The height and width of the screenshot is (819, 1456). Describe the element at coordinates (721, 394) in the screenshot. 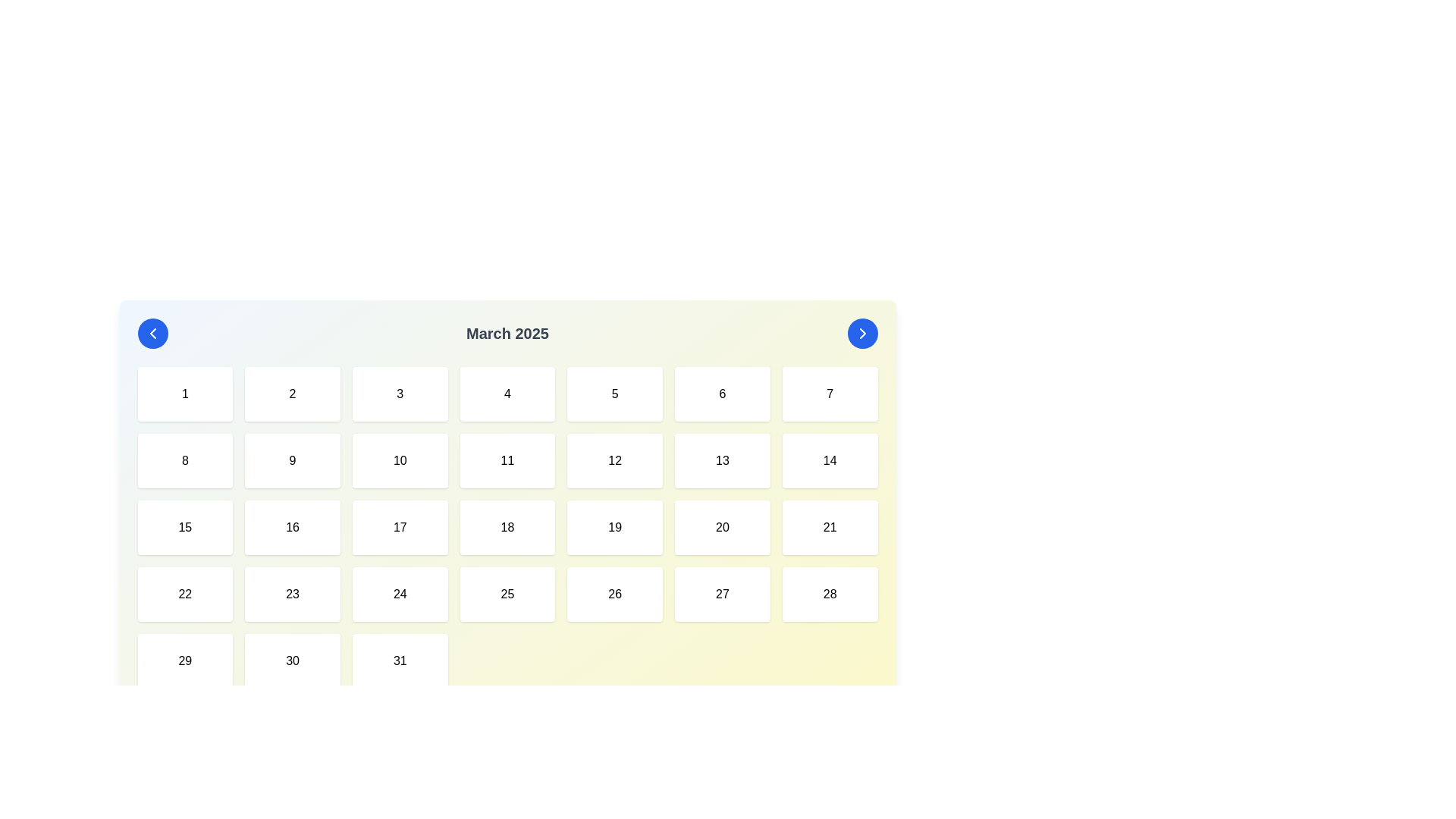

I see `the clickable calendar day block displaying the number '6', which is a square-shaped block with a white background and rounded corners, positioned in the first row of the grid layout for March 2025` at that location.